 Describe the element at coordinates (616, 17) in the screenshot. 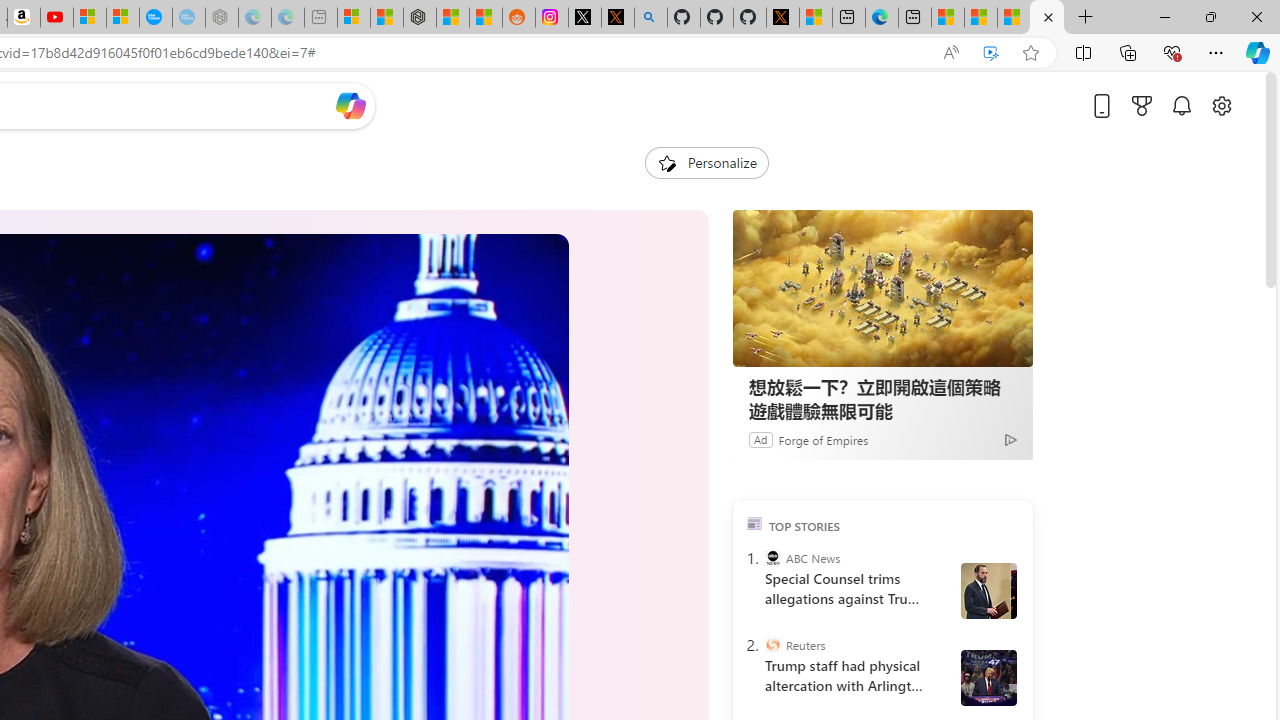

I see `'help.x.com | 524: A timeout occurred'` at that location.